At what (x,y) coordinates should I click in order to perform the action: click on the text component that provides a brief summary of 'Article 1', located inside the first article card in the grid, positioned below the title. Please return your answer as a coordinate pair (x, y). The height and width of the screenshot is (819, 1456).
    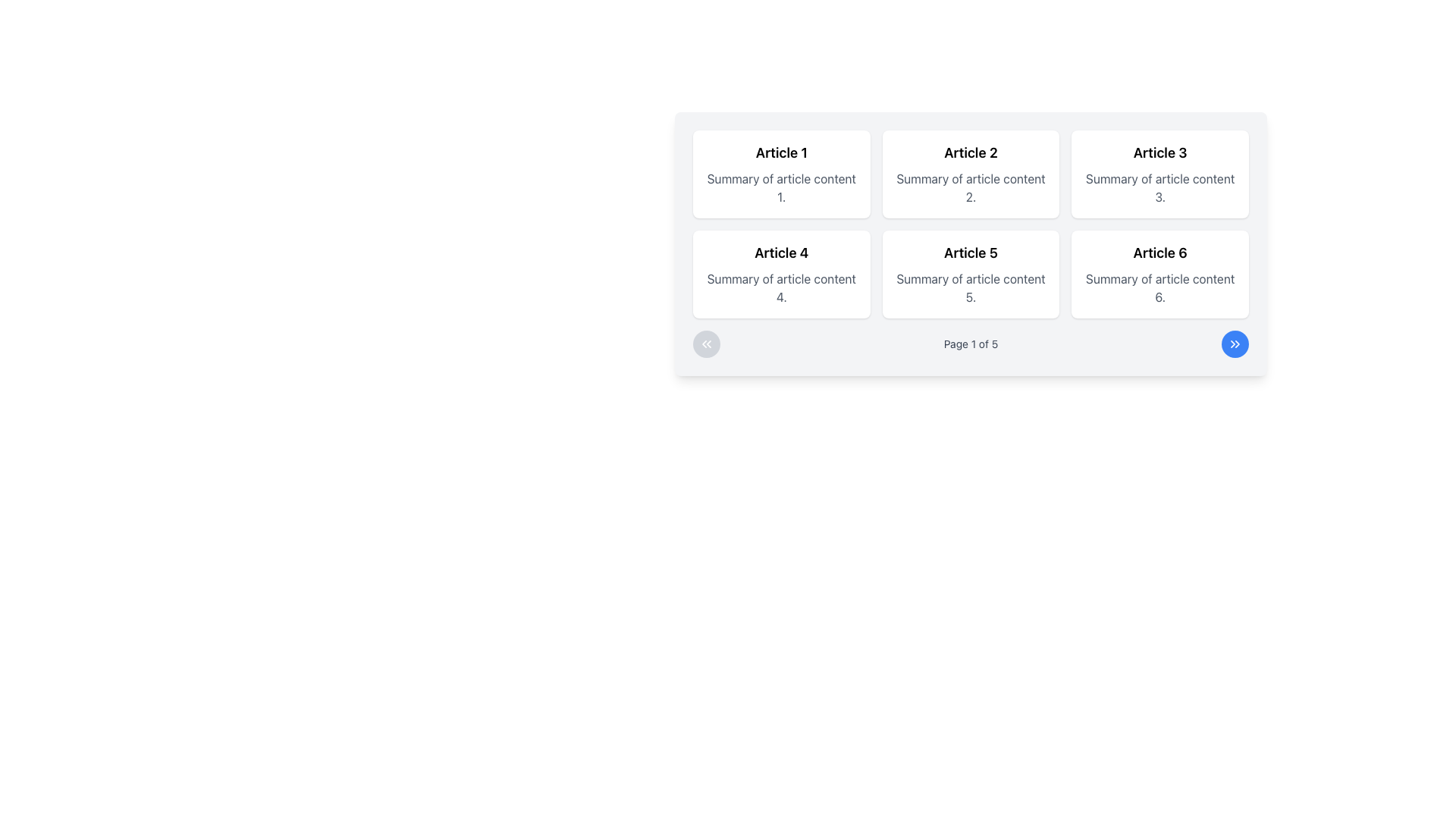
    Looking at the image, I should click on (781, 187).